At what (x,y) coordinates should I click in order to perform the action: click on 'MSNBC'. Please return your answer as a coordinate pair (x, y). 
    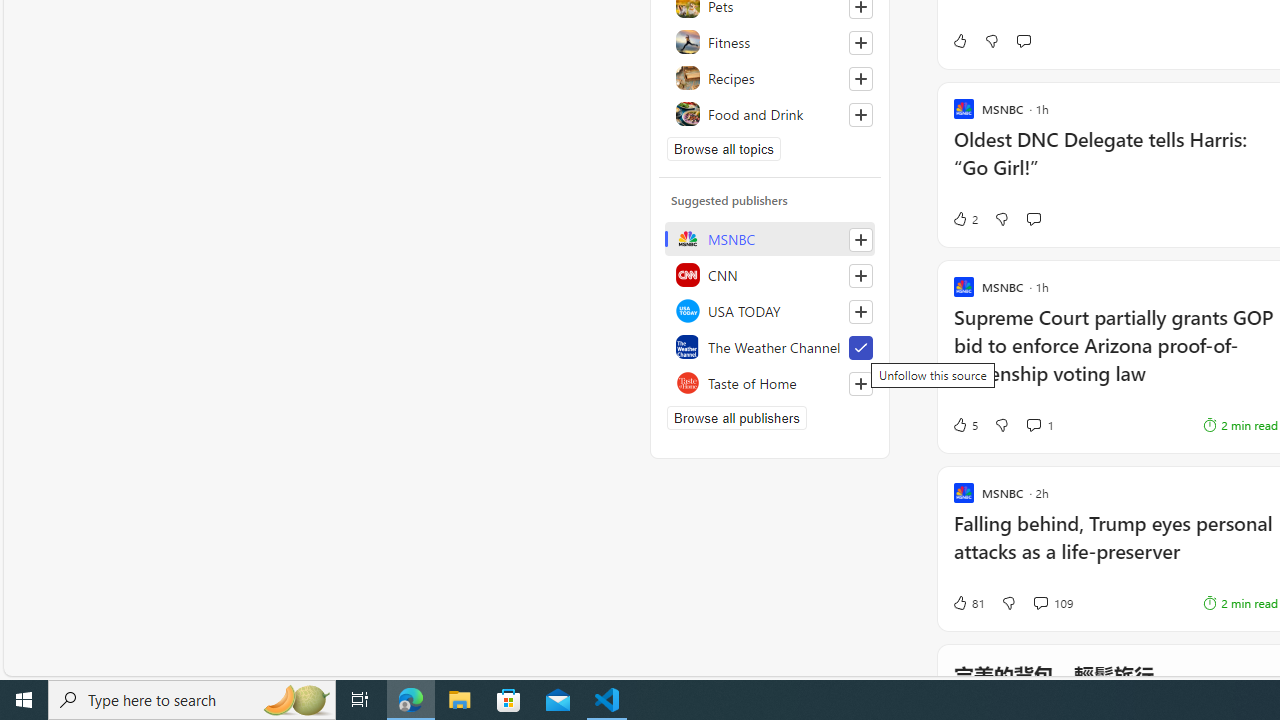
    Looking at the image, I should click on (769, 238).